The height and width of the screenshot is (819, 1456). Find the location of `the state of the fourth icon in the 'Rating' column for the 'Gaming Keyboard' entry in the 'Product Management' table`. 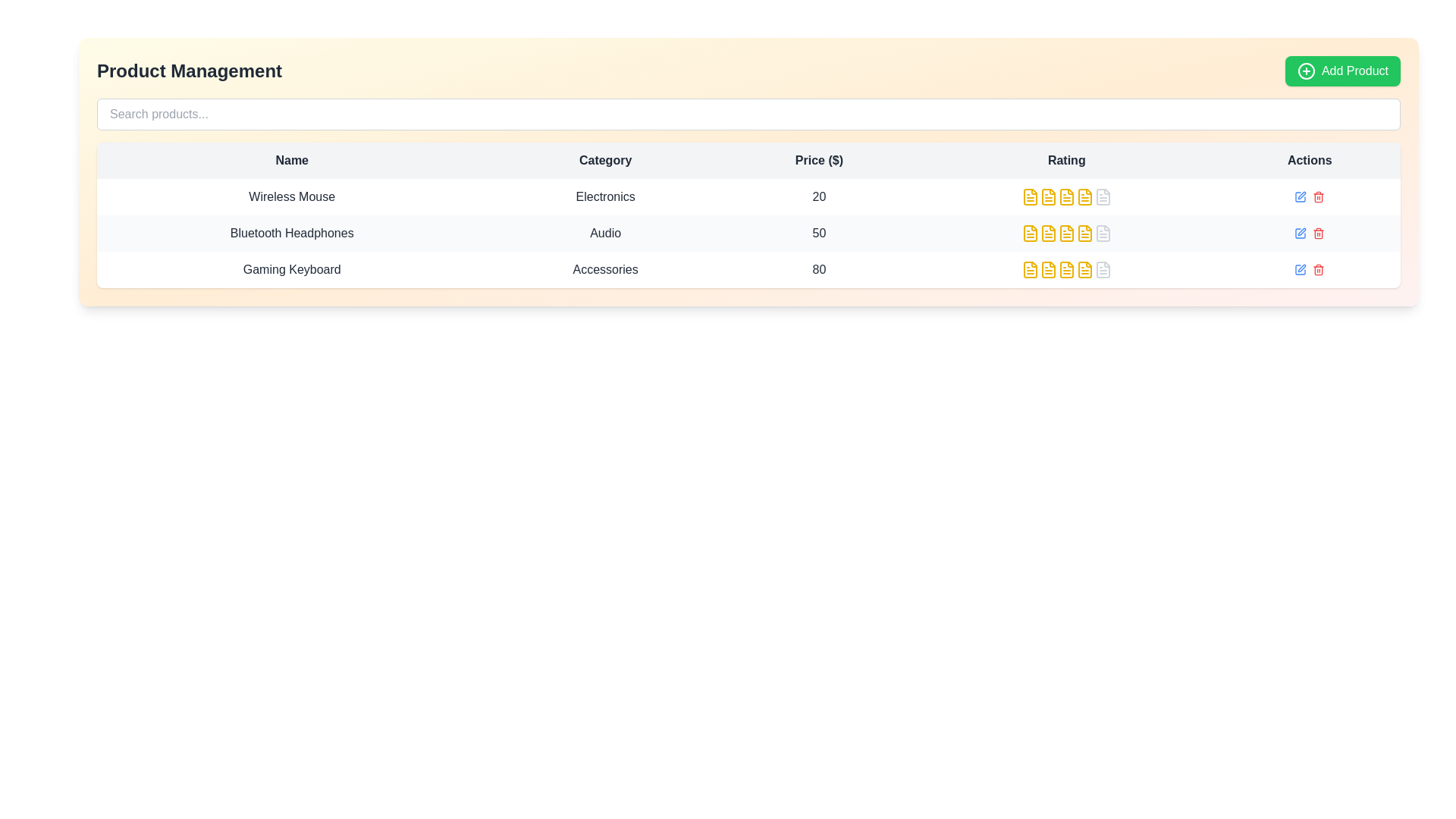

the state of the fourth icon in the 'Rating' column for the 'Gaming Keyboard' entry in the 'Product Management' table is located at coordinates (1065, 268).